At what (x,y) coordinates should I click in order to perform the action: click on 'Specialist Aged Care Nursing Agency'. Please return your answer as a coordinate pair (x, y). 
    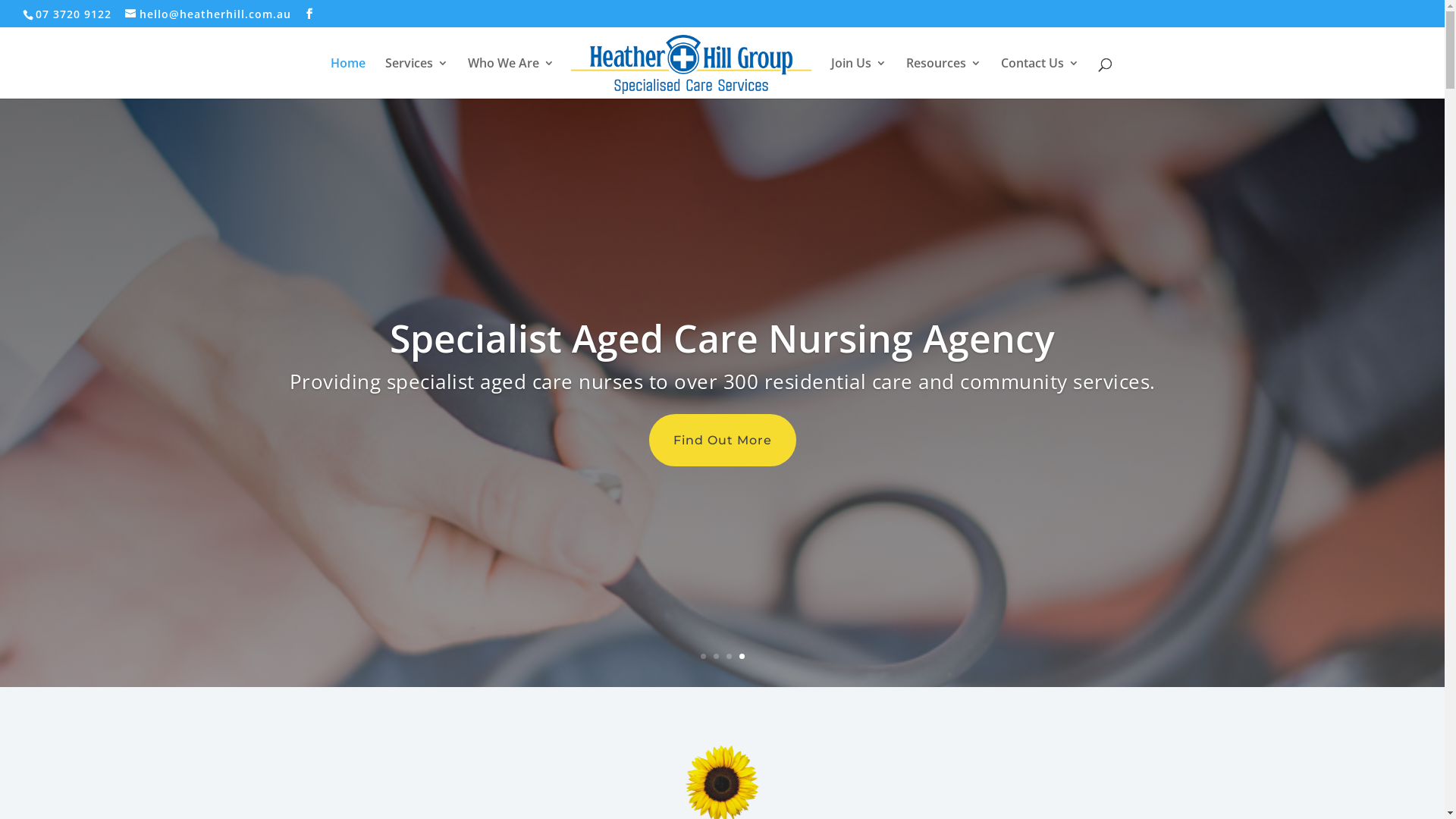
    Looking at the image, I should click on (721, 337).